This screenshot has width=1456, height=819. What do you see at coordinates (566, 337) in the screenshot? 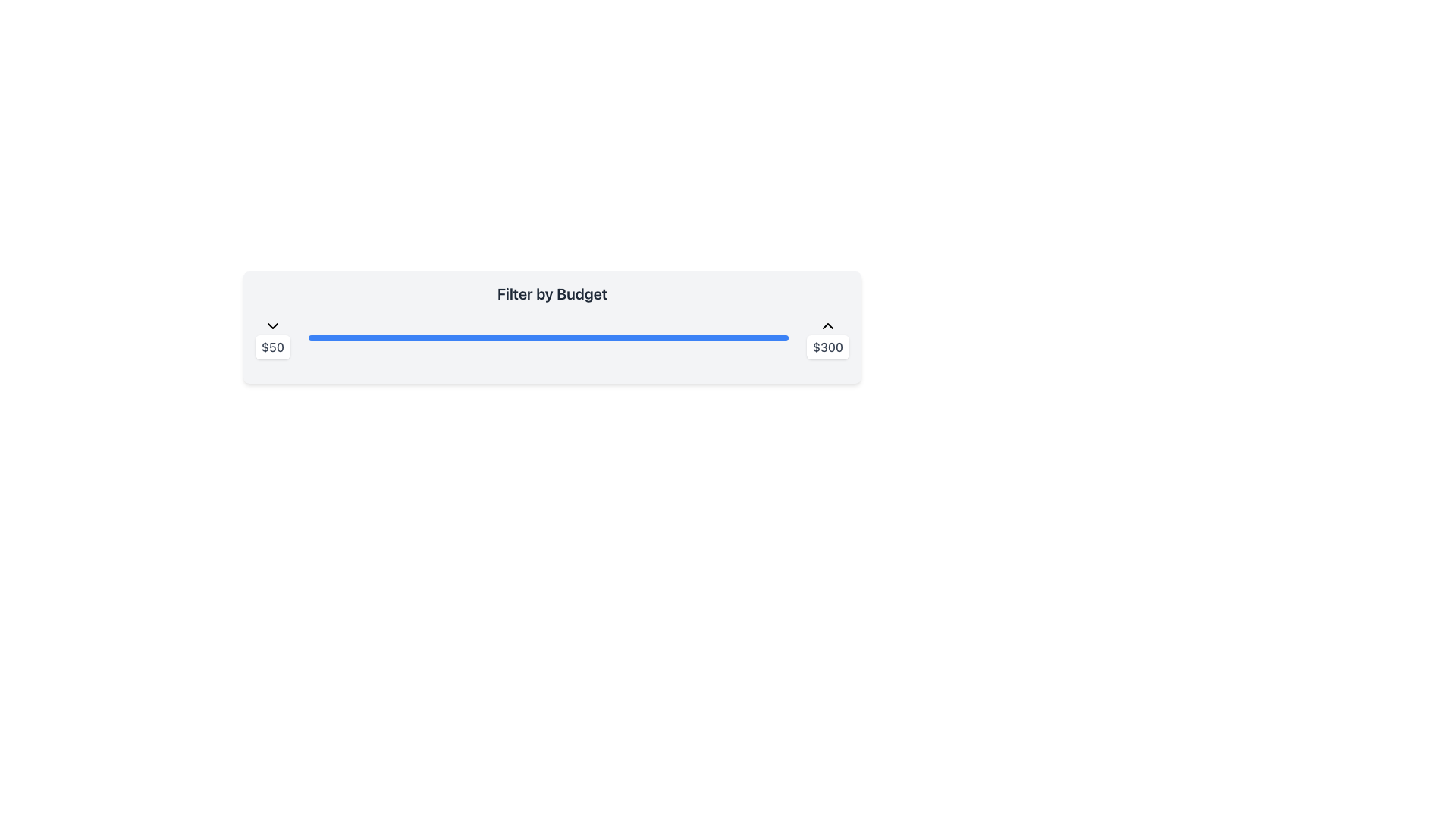
I see `the value of the slider` at bounding box center [566, 337].